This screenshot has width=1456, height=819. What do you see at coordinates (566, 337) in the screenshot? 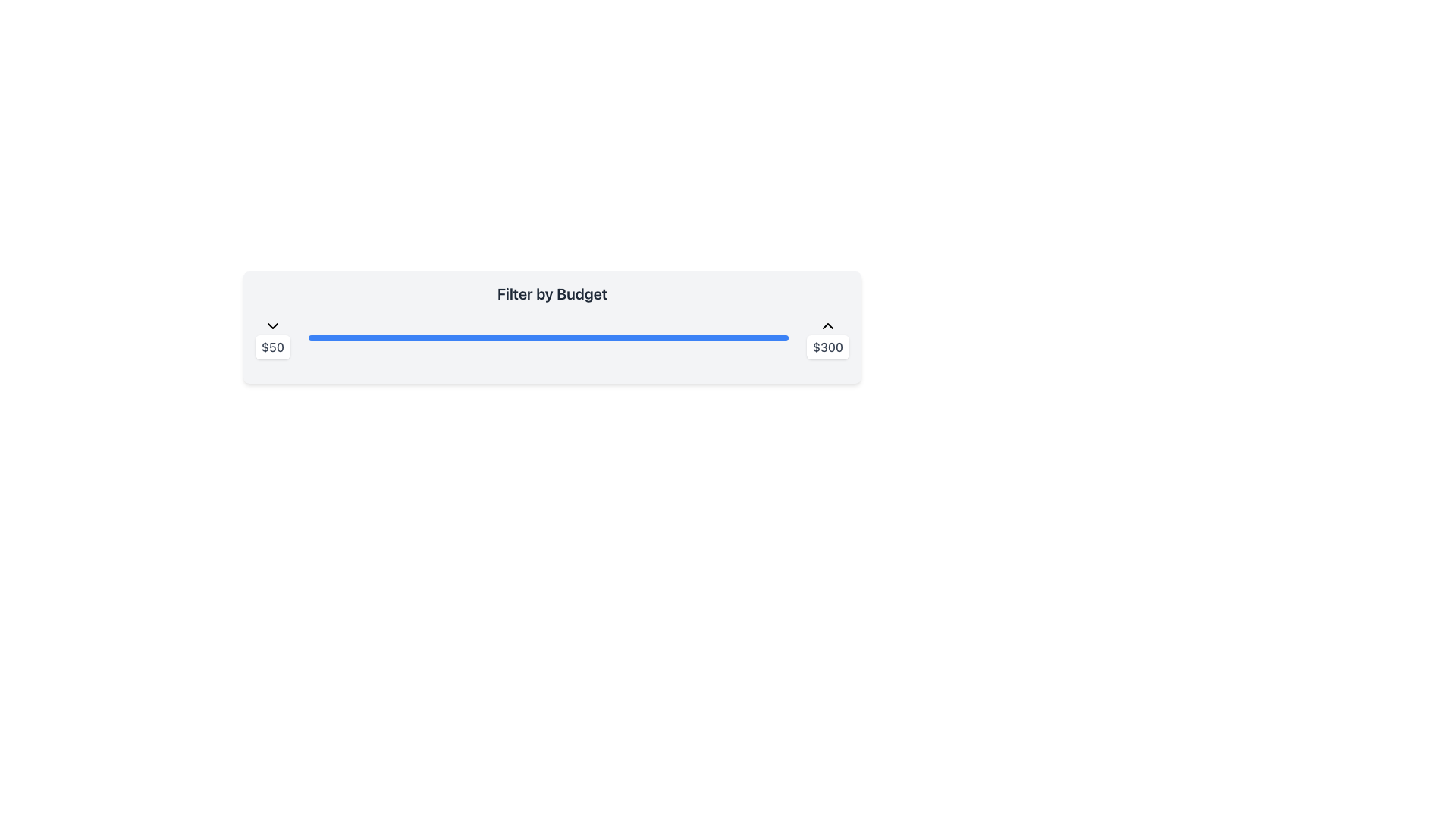
I see `the value of the slider` at bounding box center [566, 337].